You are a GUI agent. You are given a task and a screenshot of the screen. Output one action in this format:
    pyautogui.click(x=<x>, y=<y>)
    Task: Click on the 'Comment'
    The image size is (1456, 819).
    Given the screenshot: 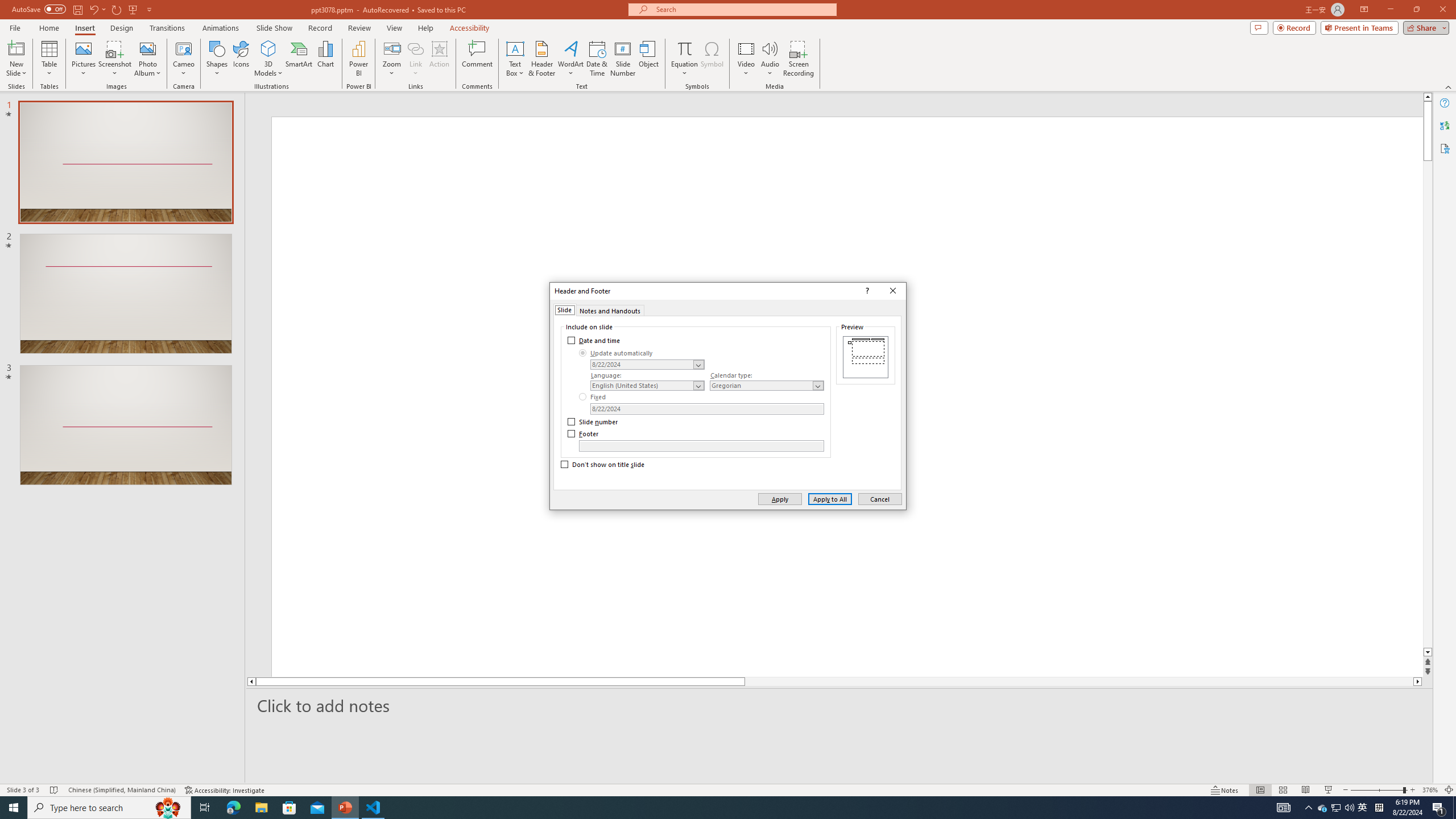 What is the action you would take?
    pyautogui.click(x=476, y=59)
    